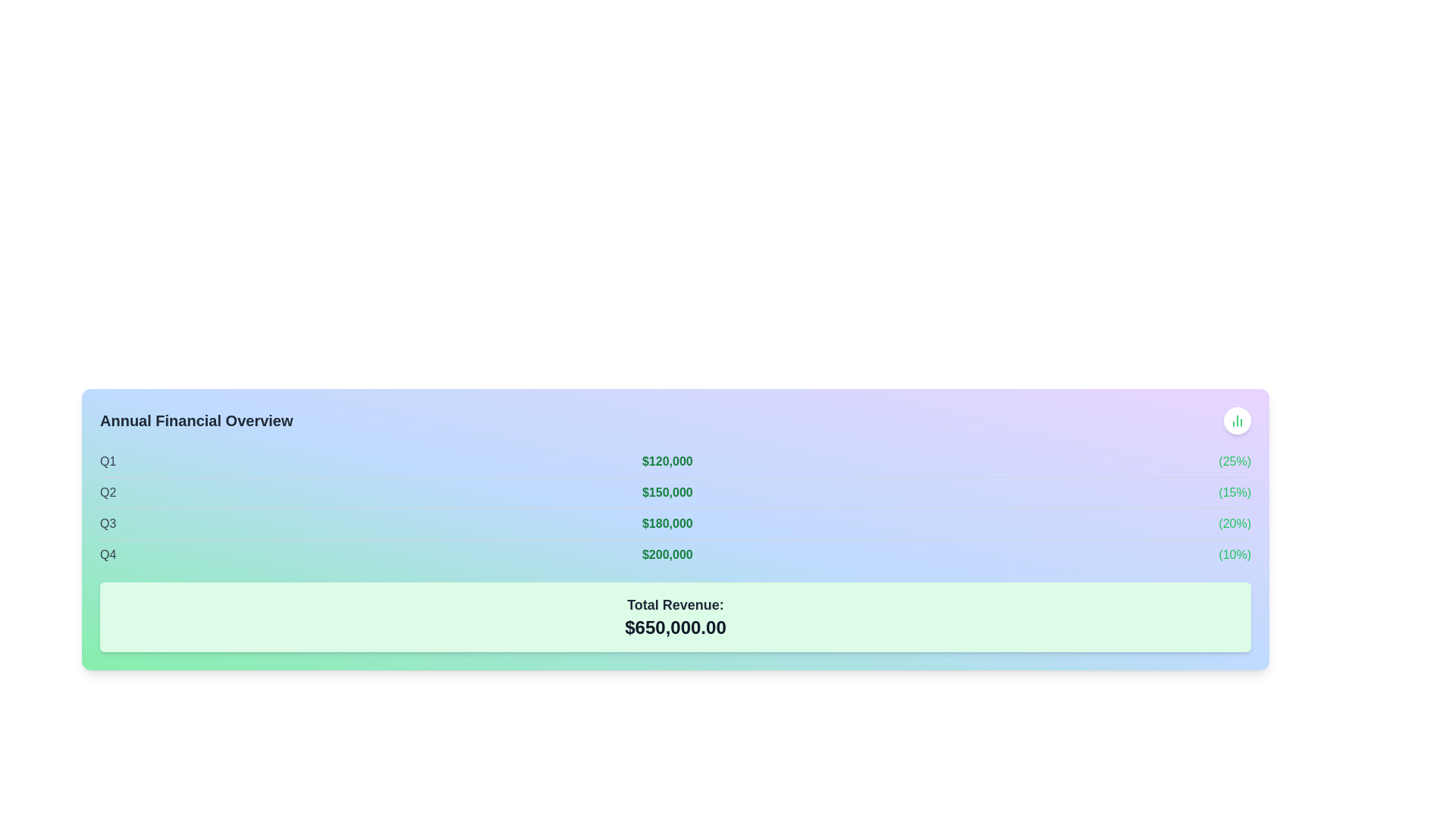 The image size is (1456, 819). Describe the element at coordinates (107, 461) in the screenshot. I see `the text label reading 'Q1'` at that location.